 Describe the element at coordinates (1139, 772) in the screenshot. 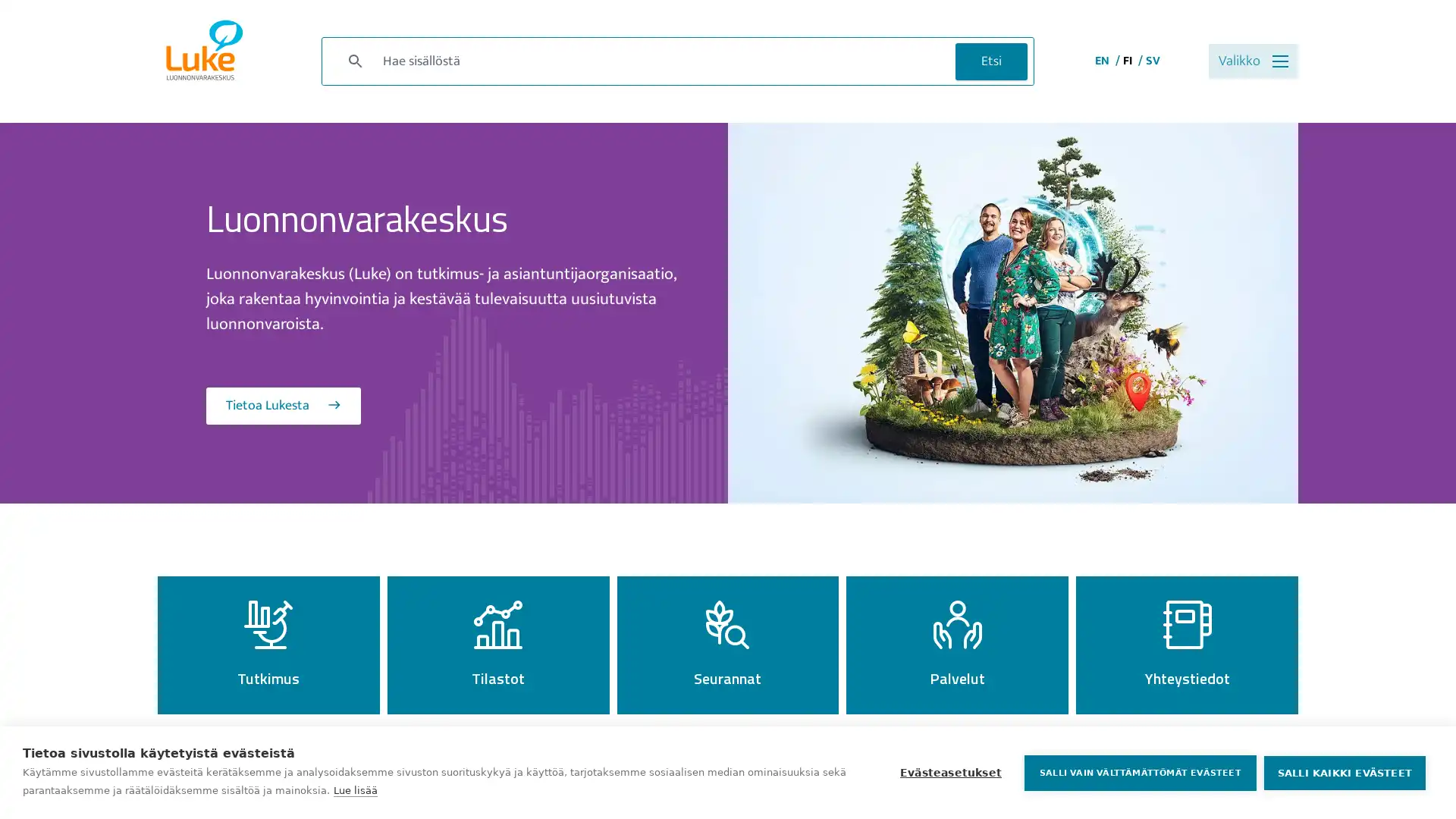

I see `SALLI VAIN VALTTAMATTOMAT EVASTEET` at that location.